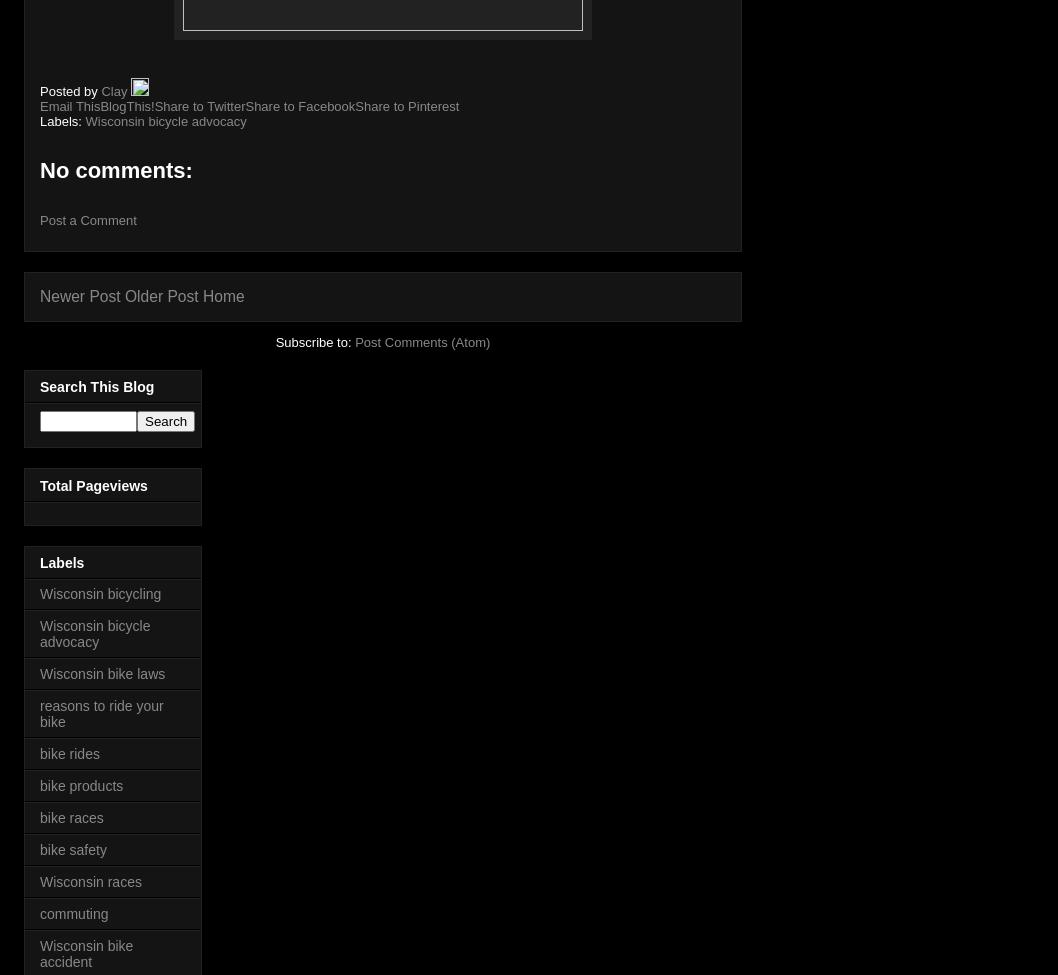  I want to click on 'commuting', so click(73, 912).